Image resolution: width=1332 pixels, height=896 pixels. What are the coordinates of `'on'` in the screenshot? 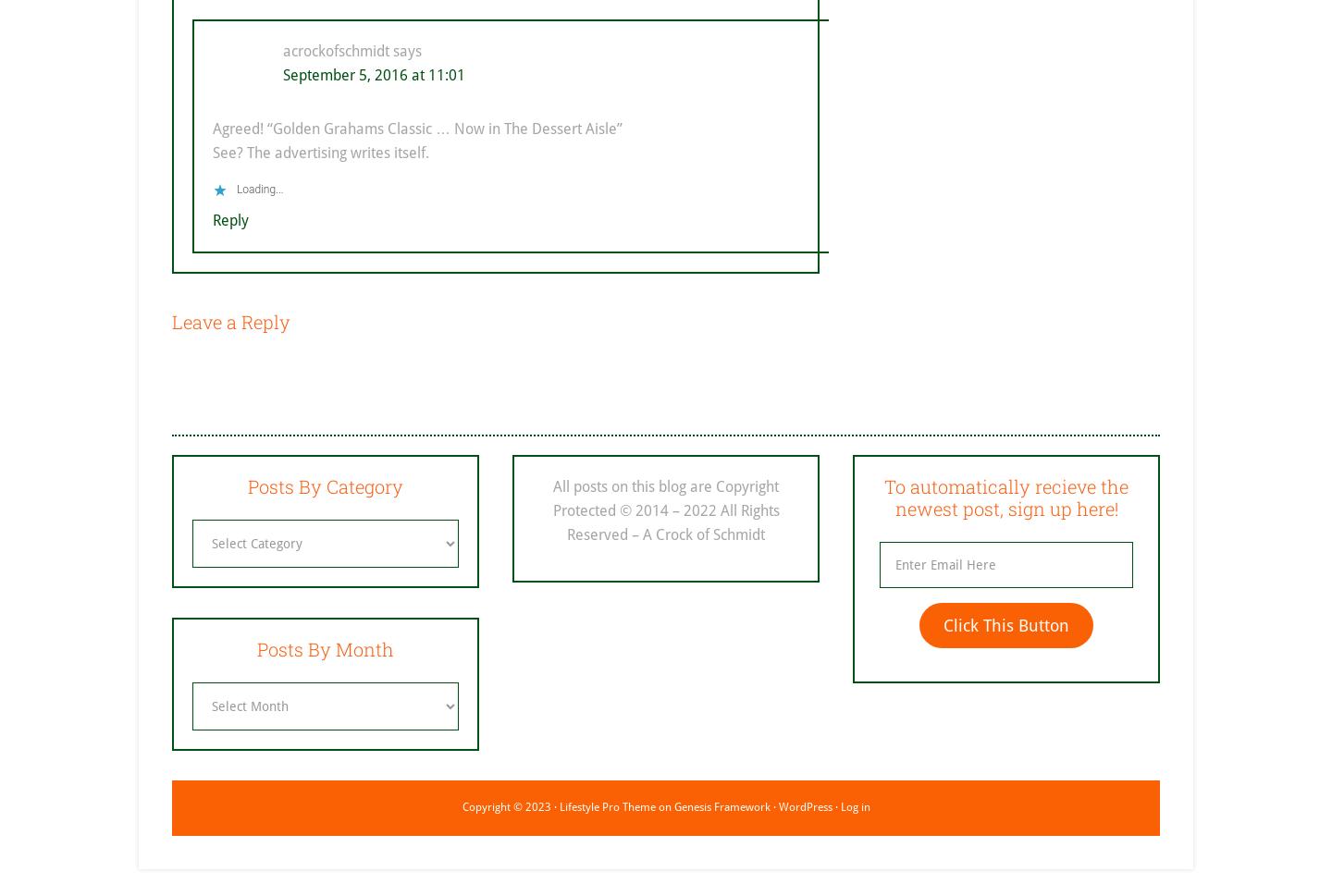 It's located at (663, 805).